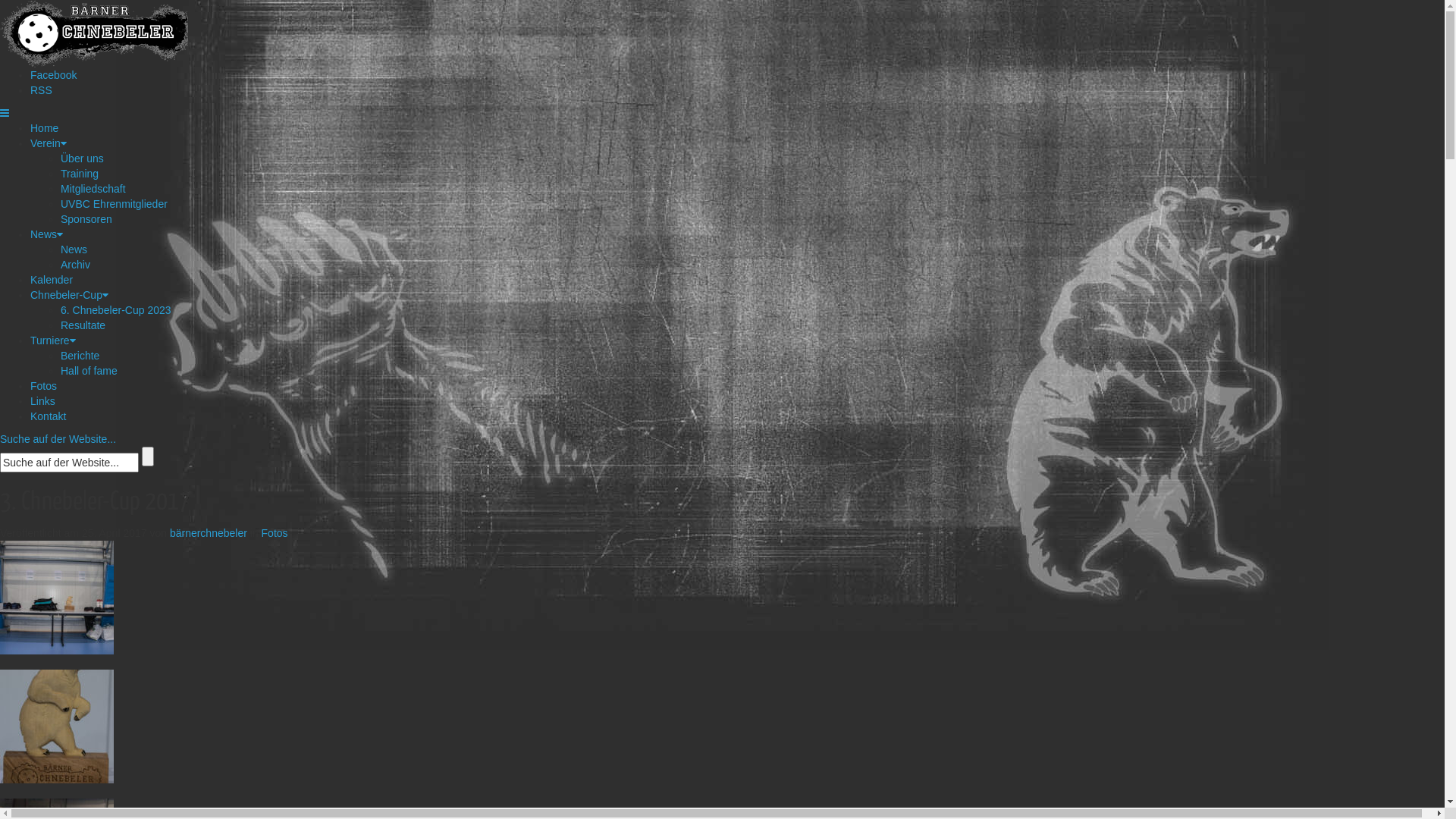 This screenshot has height=819, width=1456. What do you see at coordinates (115, 309) in the screenshot?
I see `'6. Chnebeler-Cup 2023'` at bounding box center [115, 309].